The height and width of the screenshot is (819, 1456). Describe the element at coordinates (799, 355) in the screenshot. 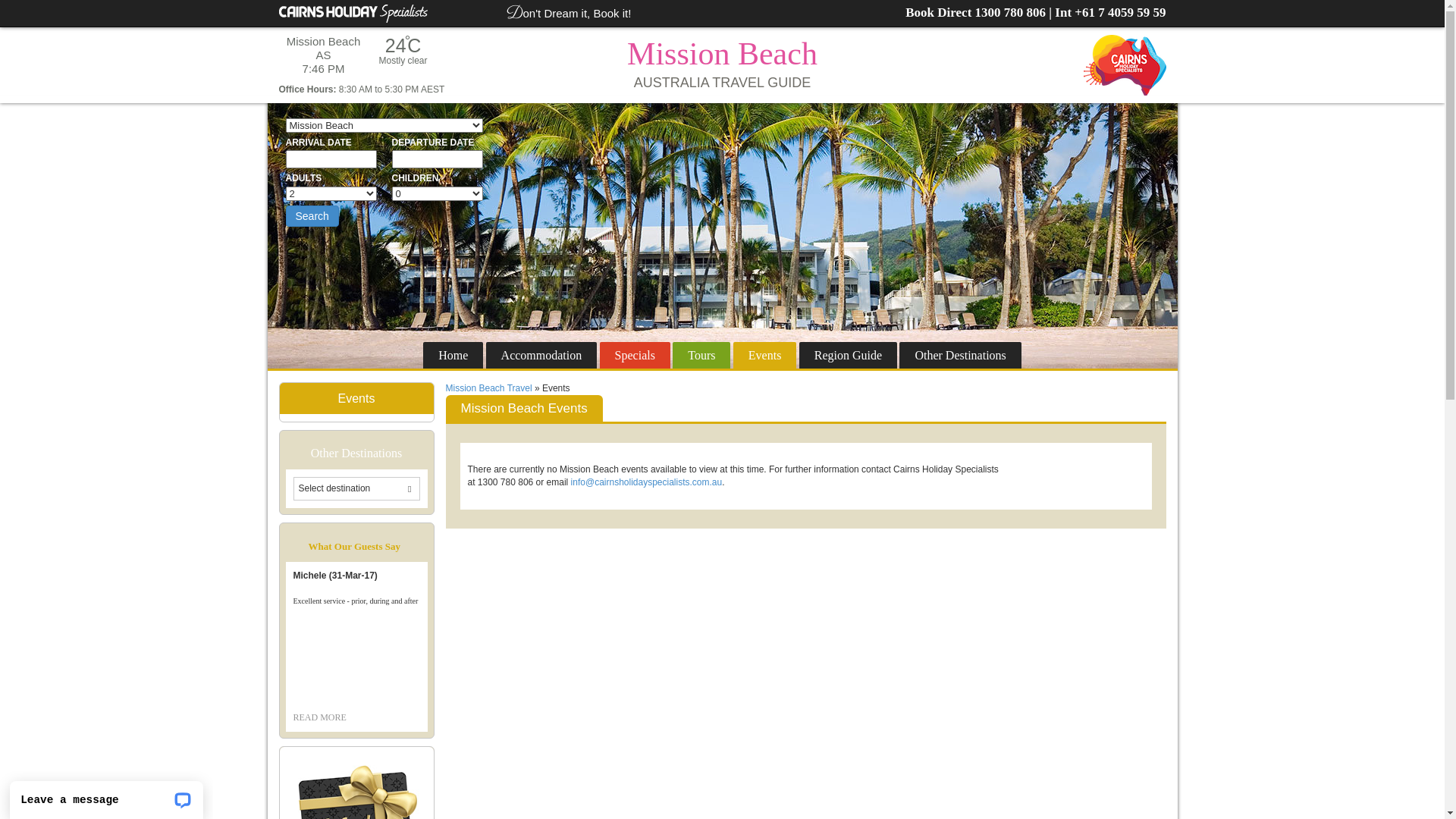

I see `'Region Guide'` at that location.